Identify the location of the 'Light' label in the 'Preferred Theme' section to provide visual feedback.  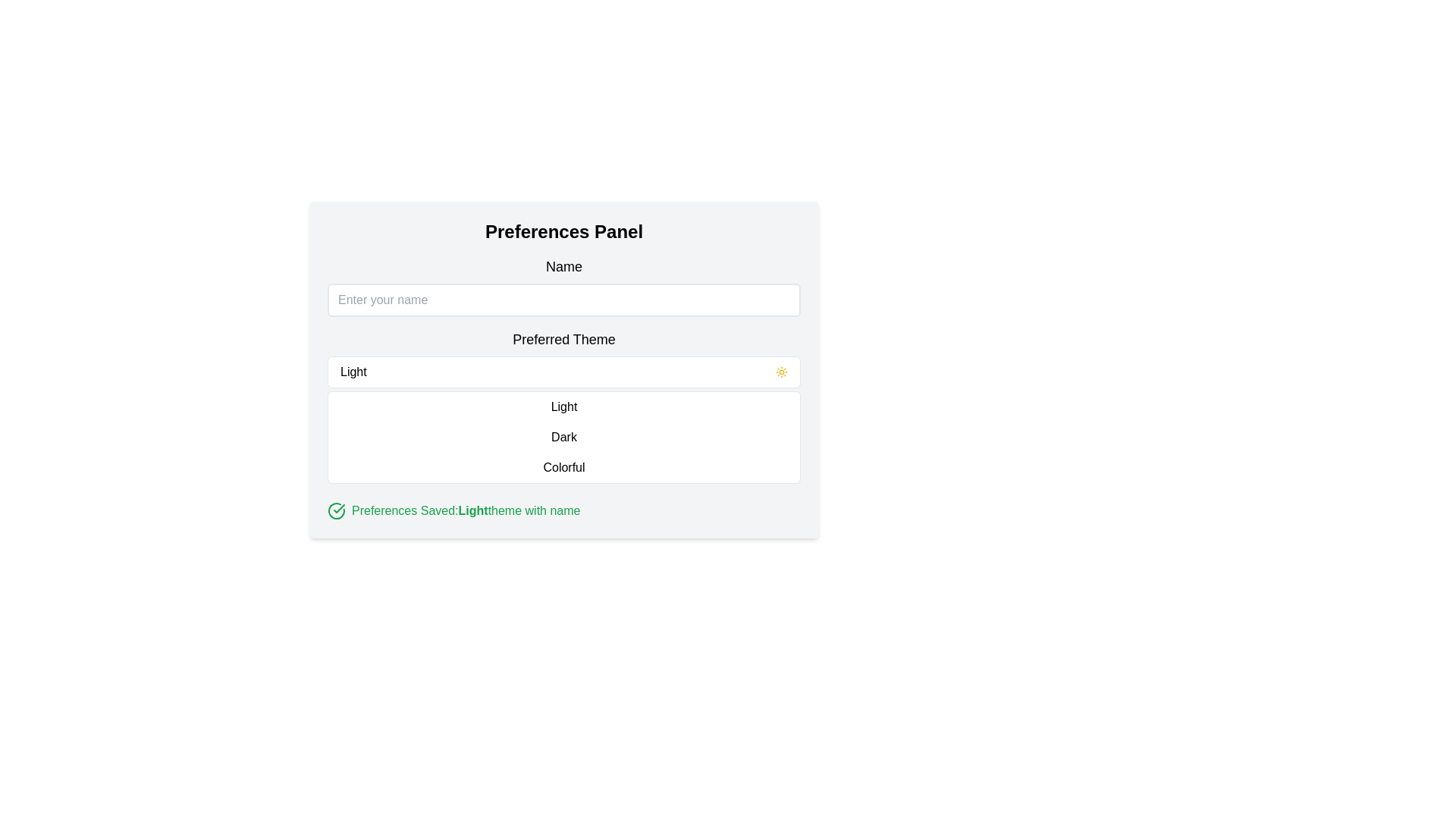
(563, 406).